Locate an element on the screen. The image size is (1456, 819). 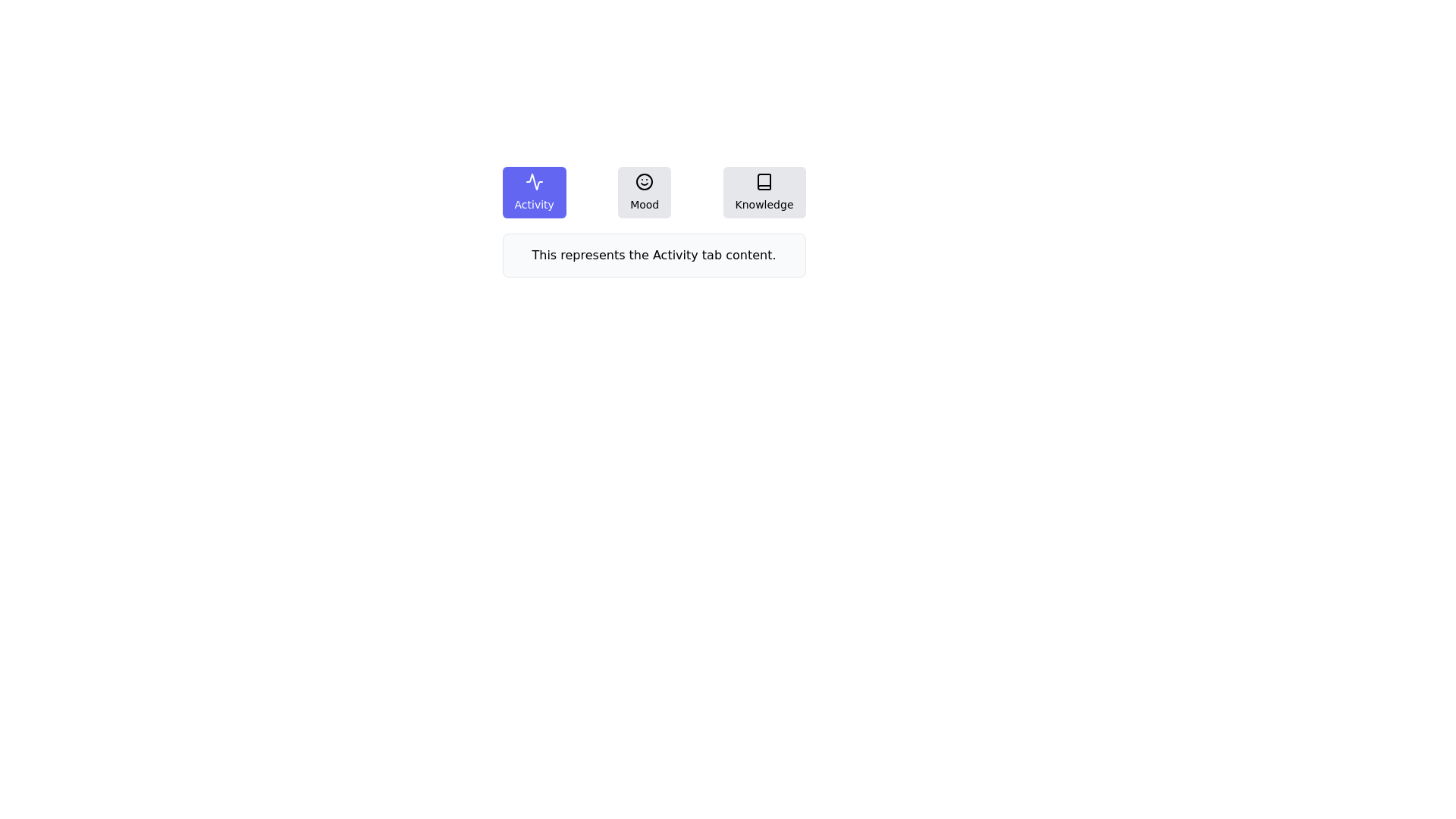
the button located in the middle of a row of three buttons is located at coordinates (645, 192).